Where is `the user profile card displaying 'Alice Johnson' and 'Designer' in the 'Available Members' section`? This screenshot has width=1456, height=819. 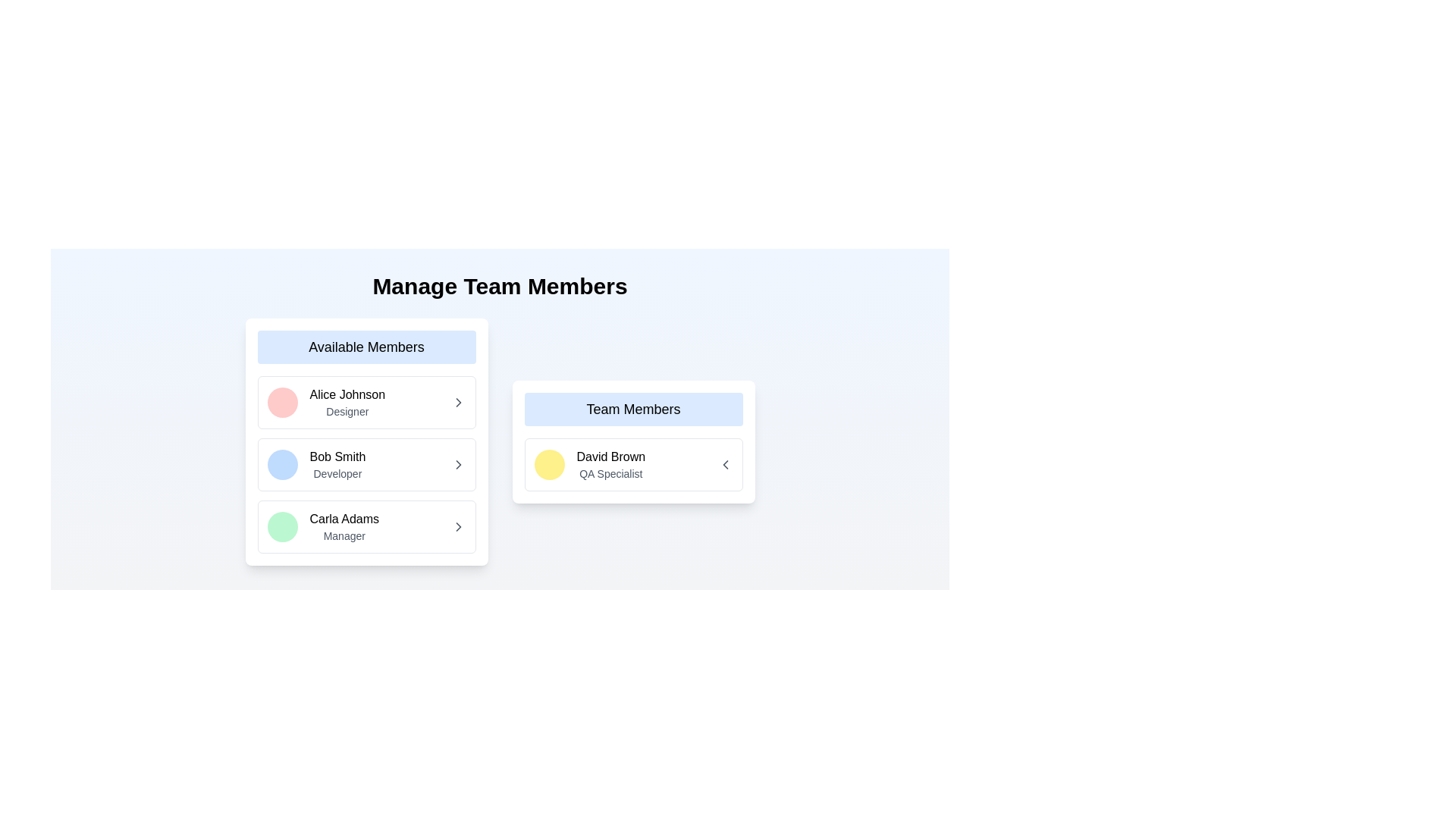 the user profile card displaying 'Alice Johnson' and 'Designer' in the 'Available Members' section is located at coordinates (325, 402).